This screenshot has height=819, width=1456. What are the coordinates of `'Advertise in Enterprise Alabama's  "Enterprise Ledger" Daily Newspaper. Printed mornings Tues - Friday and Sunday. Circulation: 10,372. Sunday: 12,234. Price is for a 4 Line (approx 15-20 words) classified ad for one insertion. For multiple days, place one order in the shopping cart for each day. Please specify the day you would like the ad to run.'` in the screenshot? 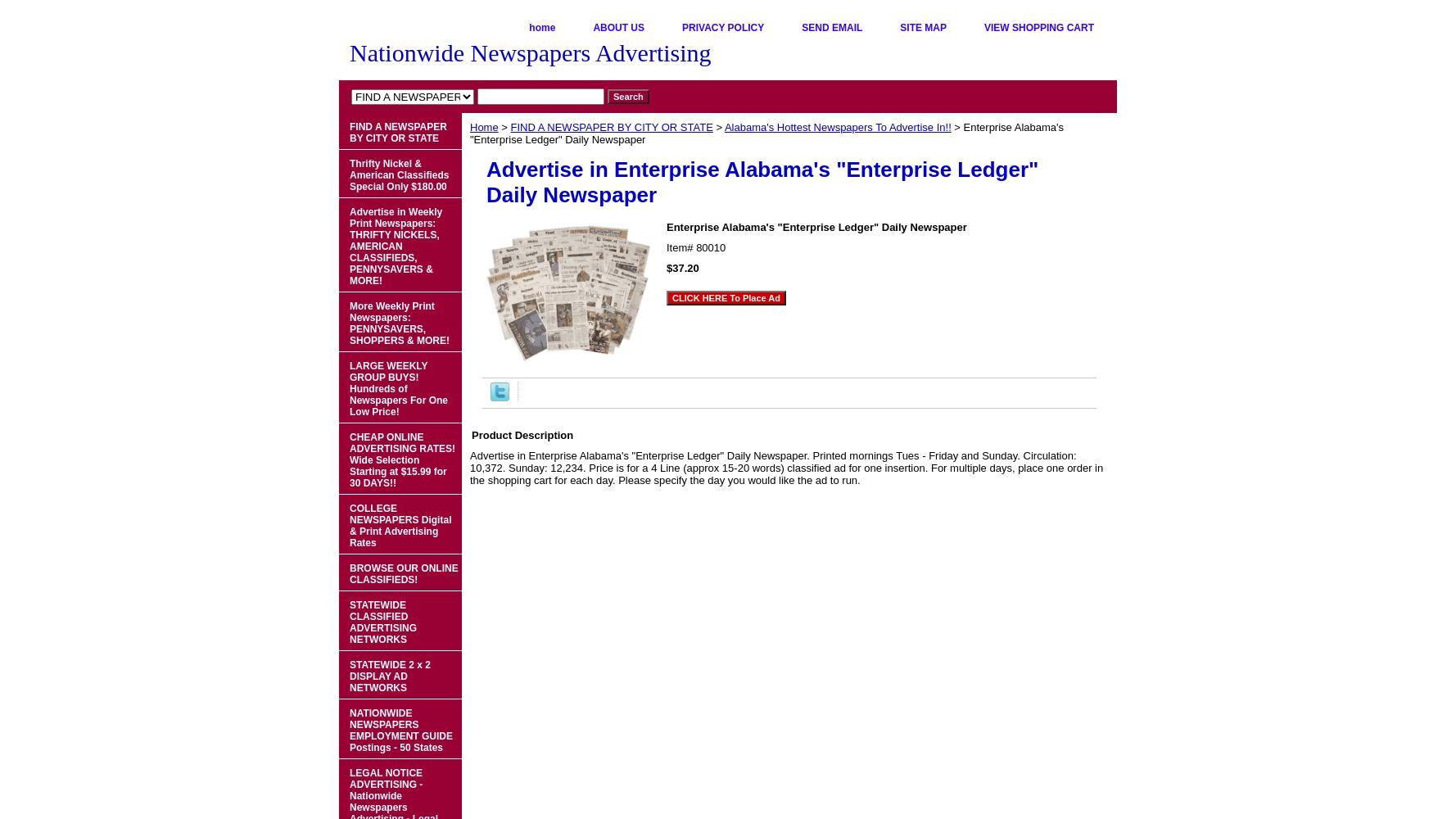 It's located at (785, 467).